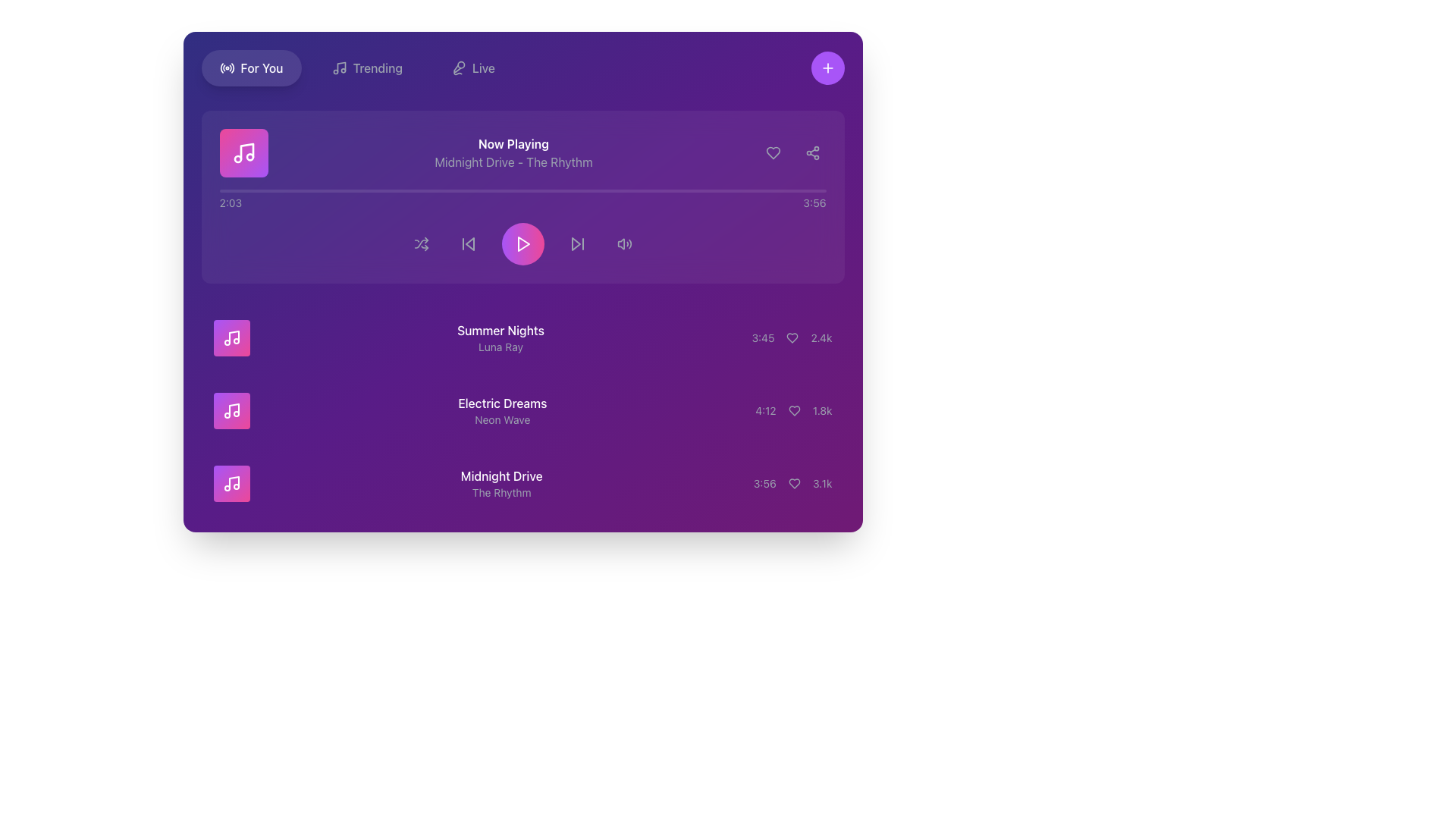 Image resolution: width=1456 pixels, height=819 pixels. What do you see at coordinates (522, 202) in the screenshot?
I see `the time display showing '2:03 3:56' located below the progress bar in the 'Now Playing' section` at bounding box center [522, 202].